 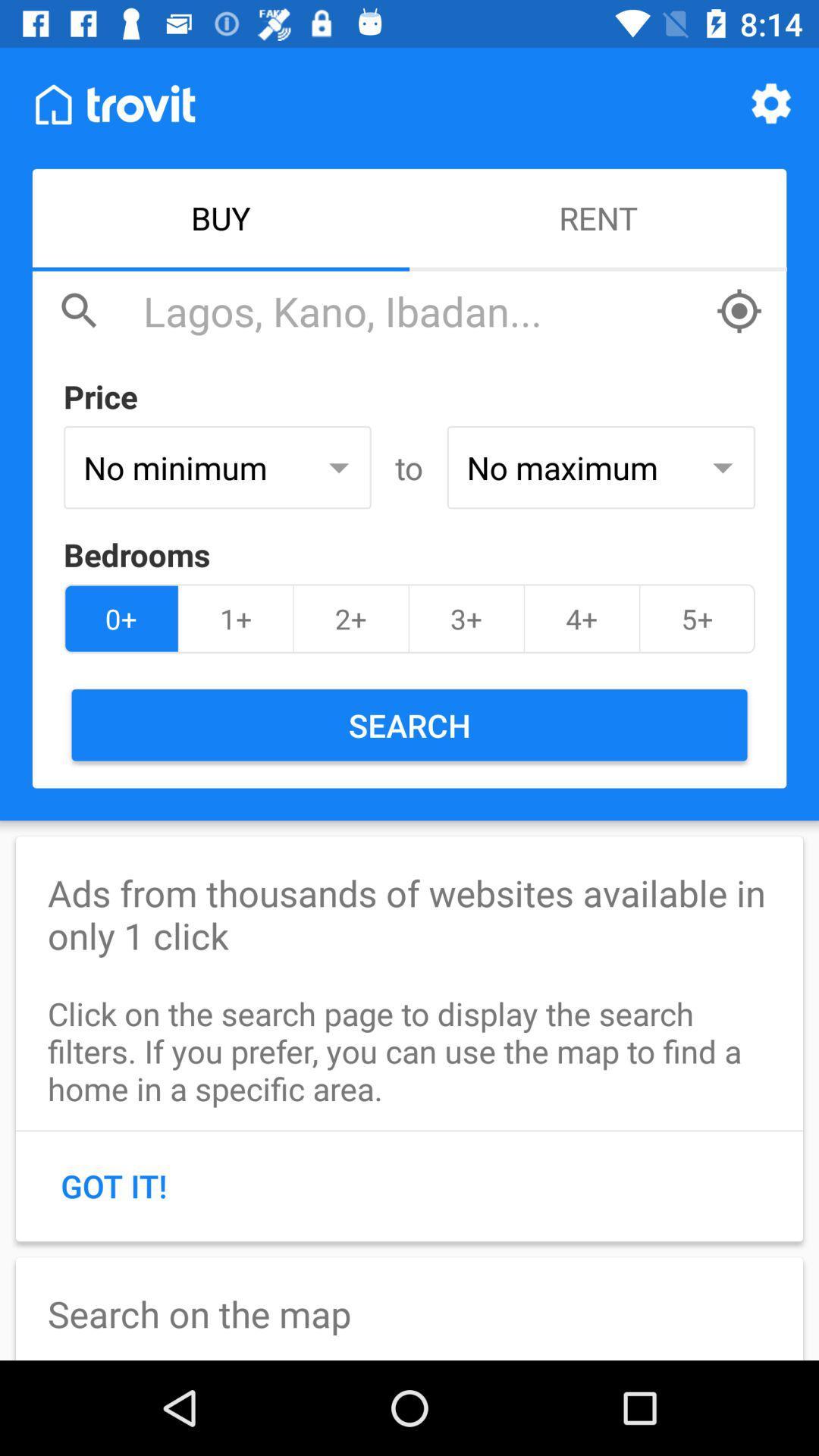 What do you see at coordinates (351, 619) in the screenshot?
I see `the 2+` at bounding box center [351, 619].